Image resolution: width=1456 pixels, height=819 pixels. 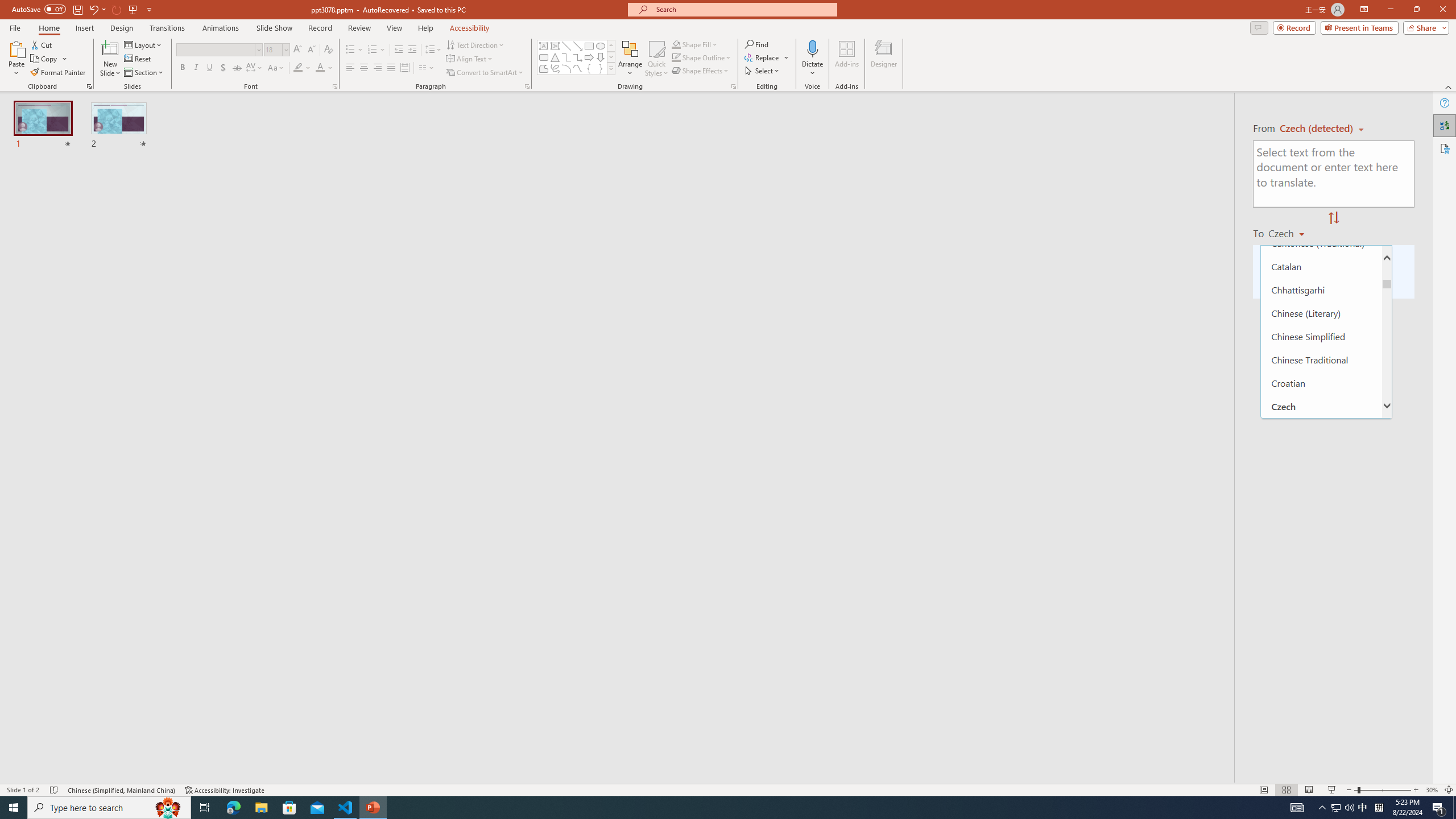 What do you see at coordinates (1321, 359) in the screenshot?
I see `'Chinese Traditional'` at bounding box center [1321, 359].